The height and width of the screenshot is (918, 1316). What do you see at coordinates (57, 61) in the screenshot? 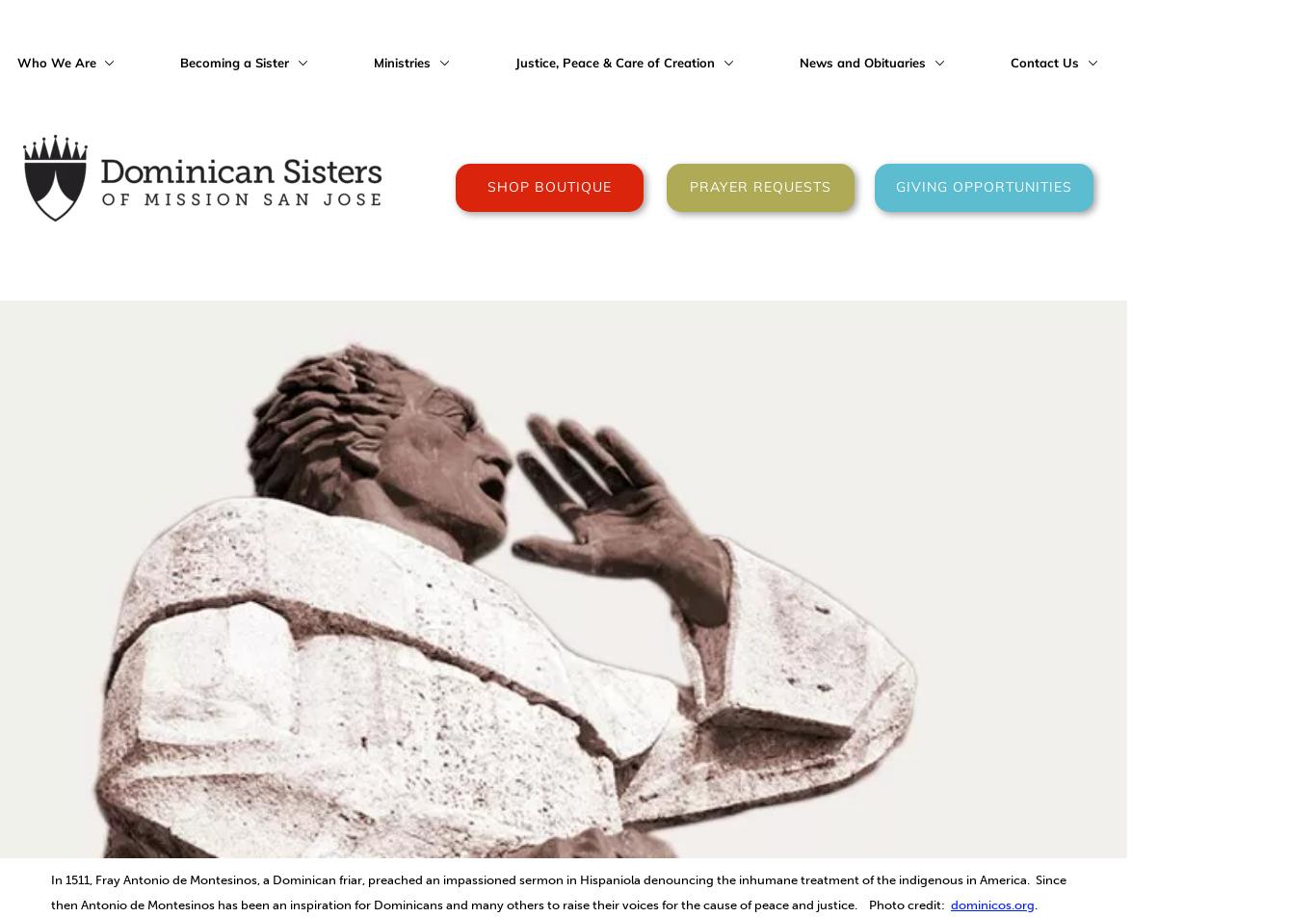
I see `'Who We Are'` at bounding box center [57, 61].